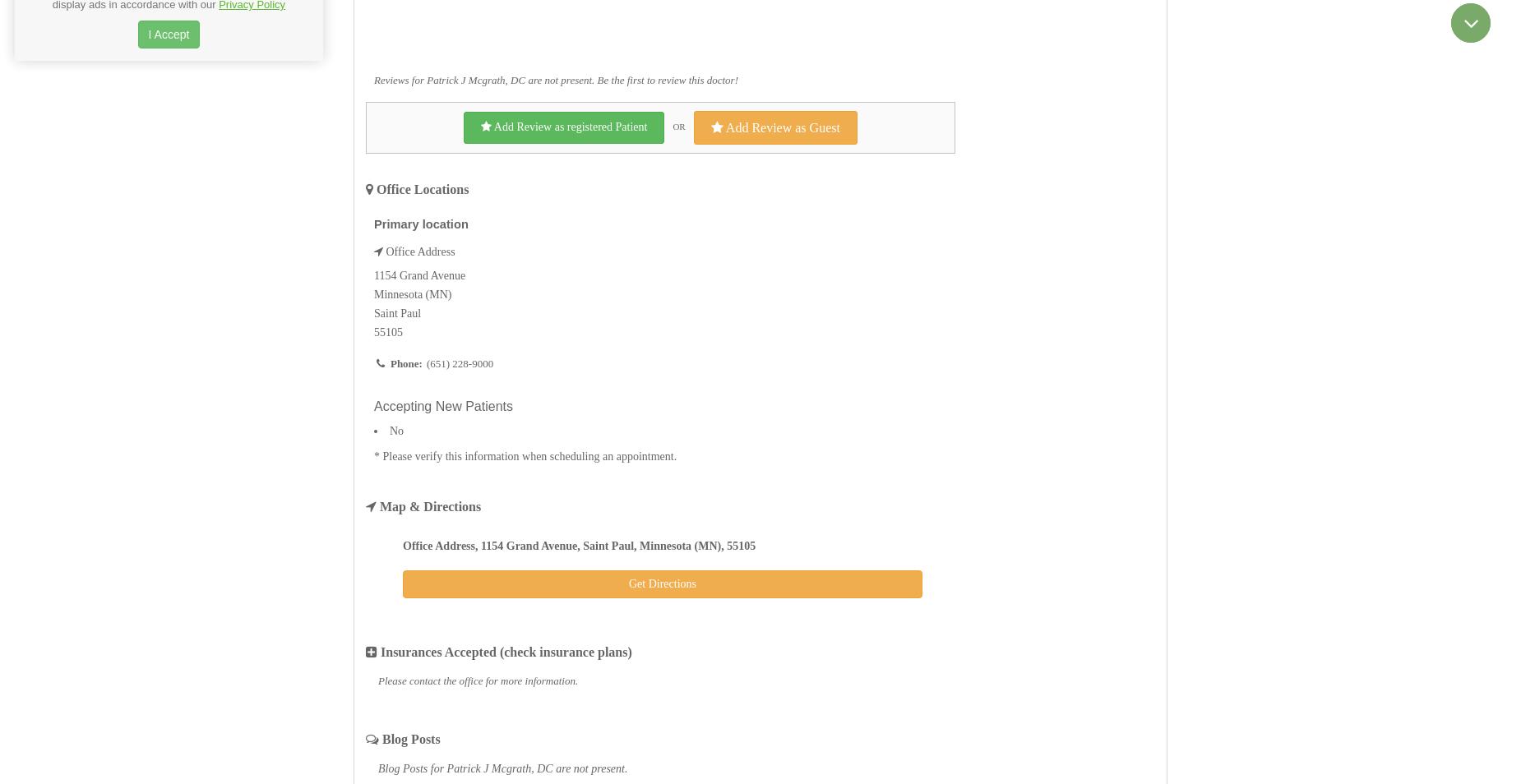 This screenshot has height=784, width=1521. Describe the element at coordinates (372, 274) in the screenshot. I see `'1154 Grand Avenue'` at that location.